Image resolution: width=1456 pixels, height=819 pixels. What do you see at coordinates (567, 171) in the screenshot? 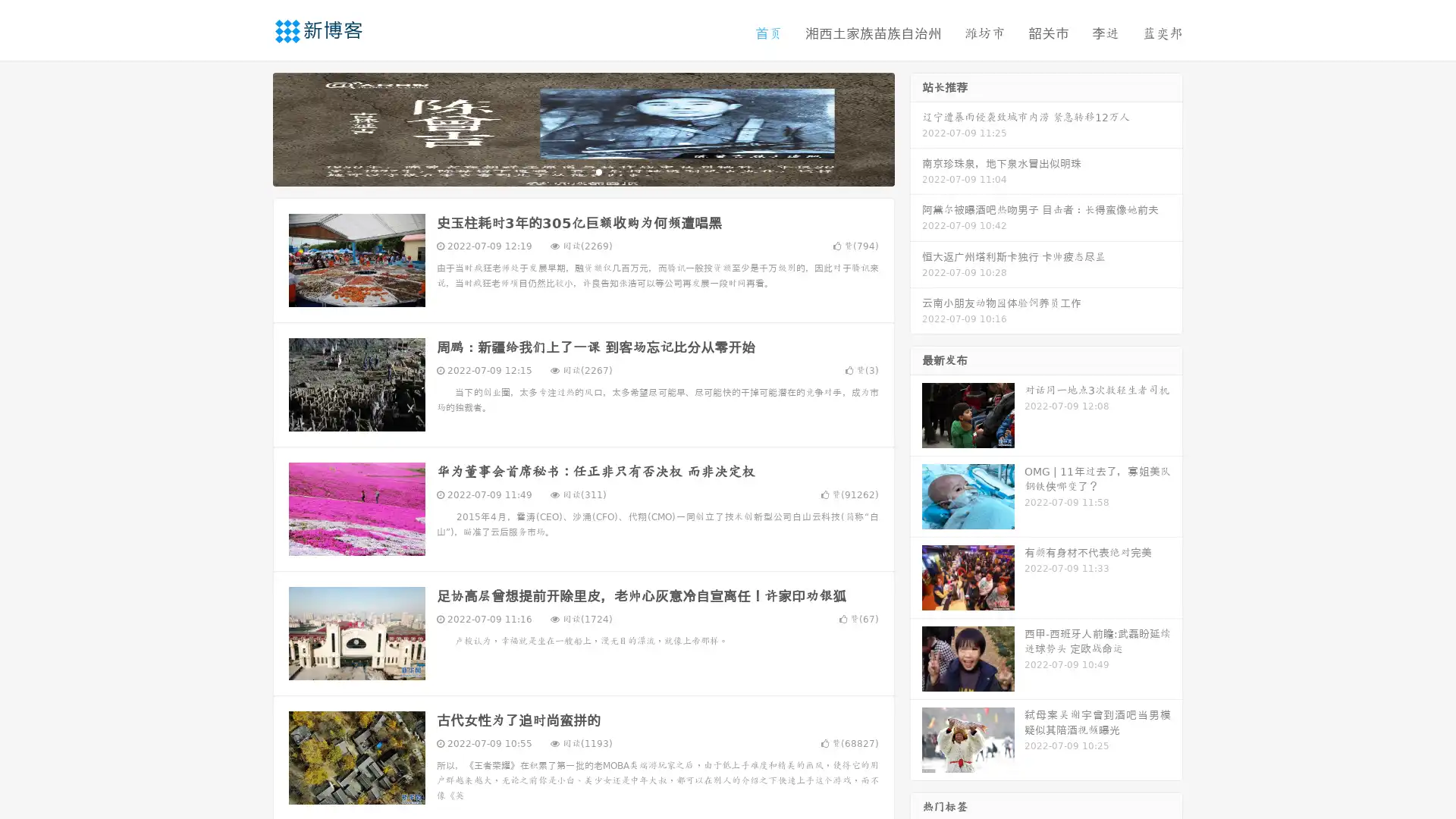
I see `Go to slide 1` at bounding box center [567, 171].